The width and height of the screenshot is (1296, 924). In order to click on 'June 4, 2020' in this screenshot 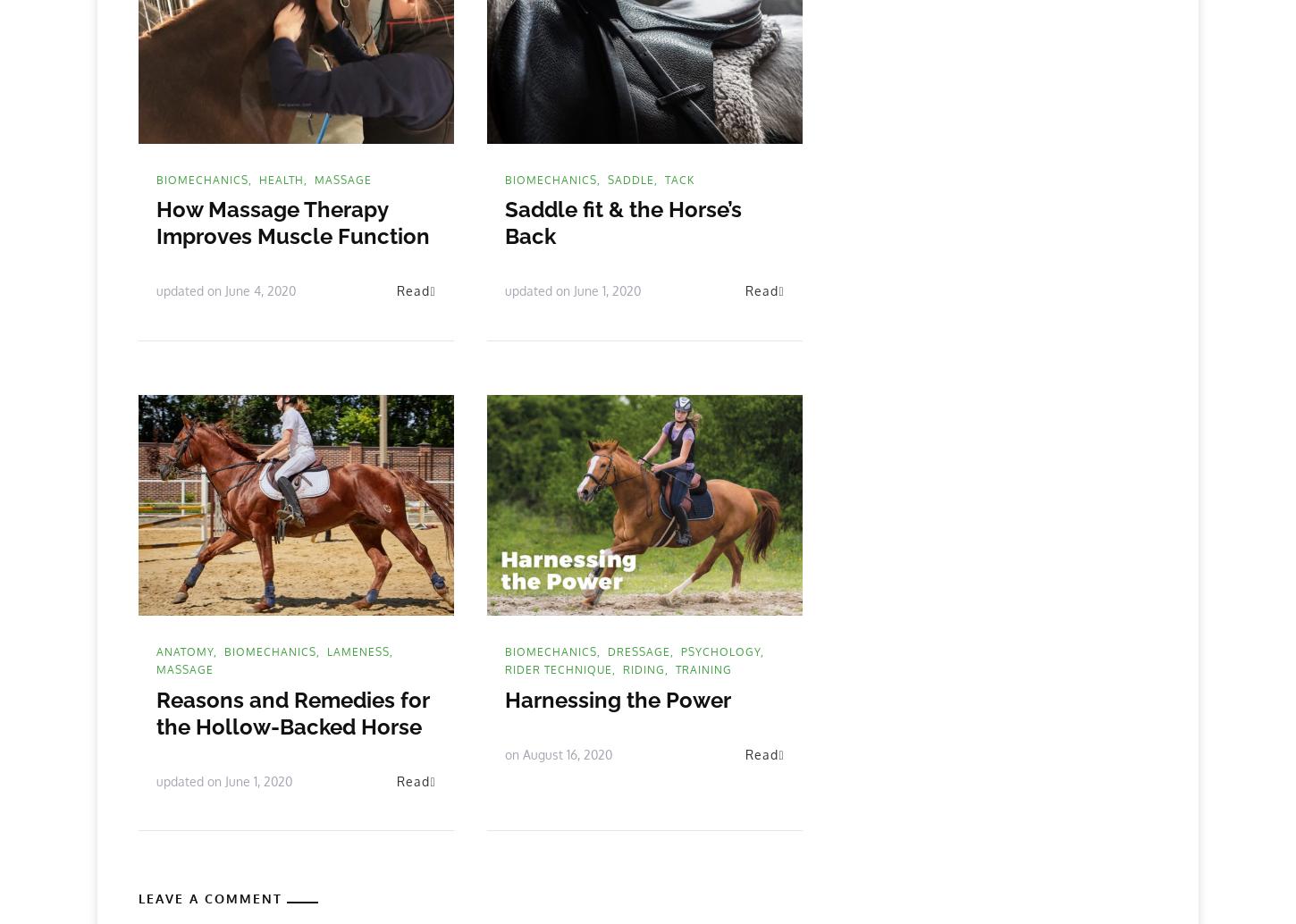, I will do `click(225, 289)`.